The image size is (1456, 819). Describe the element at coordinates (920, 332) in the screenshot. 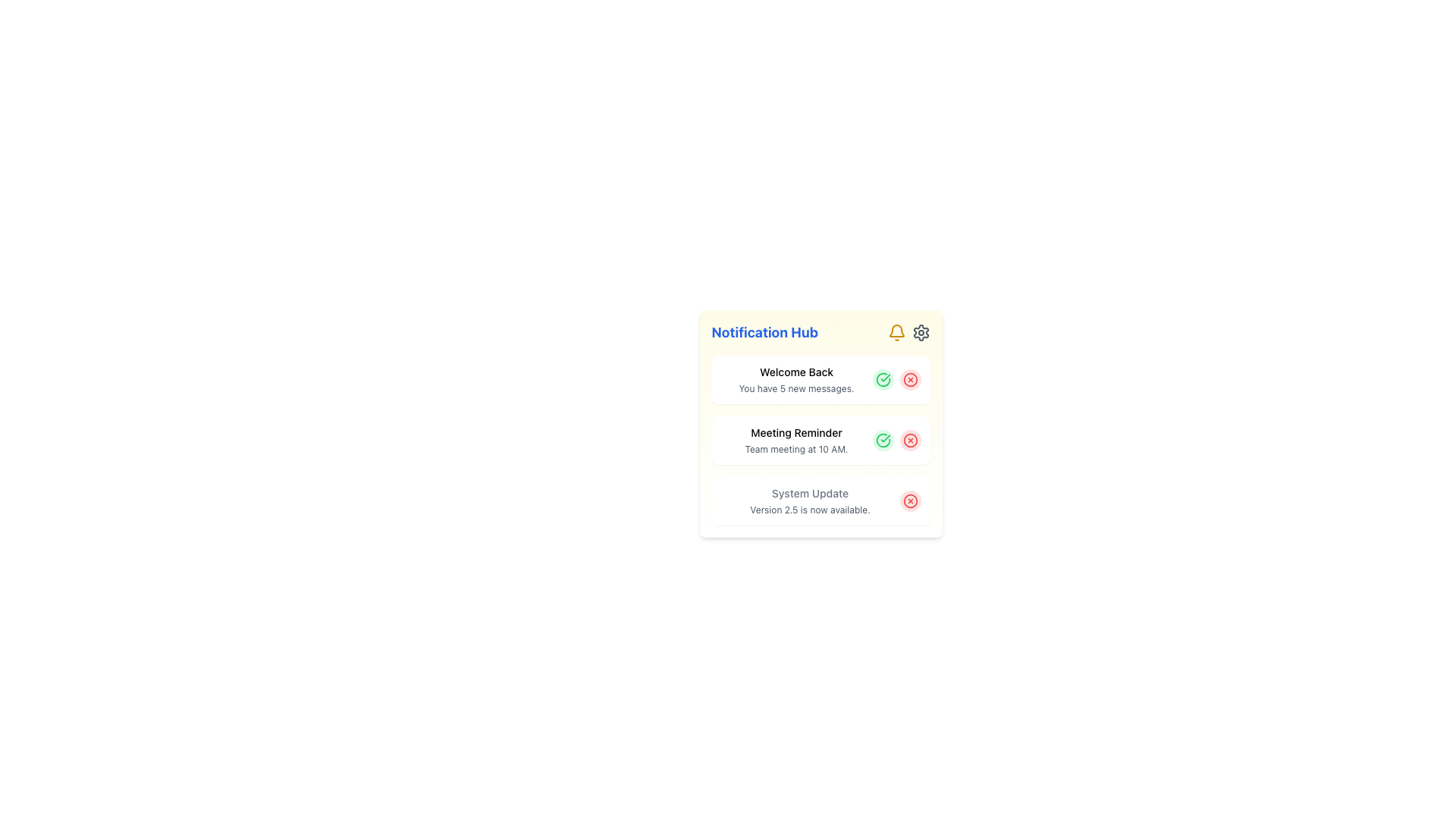

I see `the settings icon located in the top right corner of the Notification Hub` at that location.